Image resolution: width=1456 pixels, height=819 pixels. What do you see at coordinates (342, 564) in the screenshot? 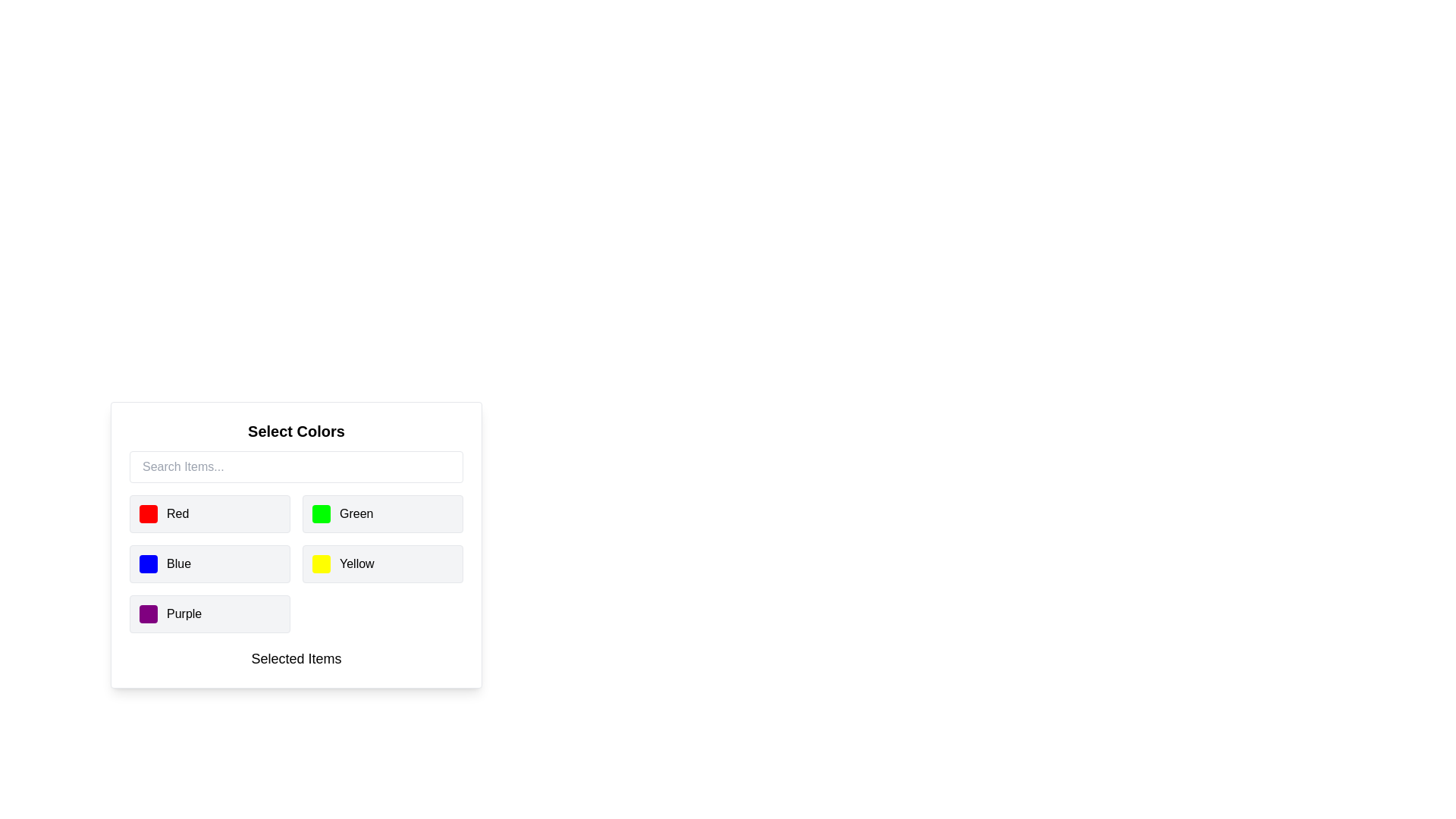
I see `the color indicator labeled 'Yellow' in the color selection interface, located in the lower right quadrant of the panel` at bounding box center [342, 564].